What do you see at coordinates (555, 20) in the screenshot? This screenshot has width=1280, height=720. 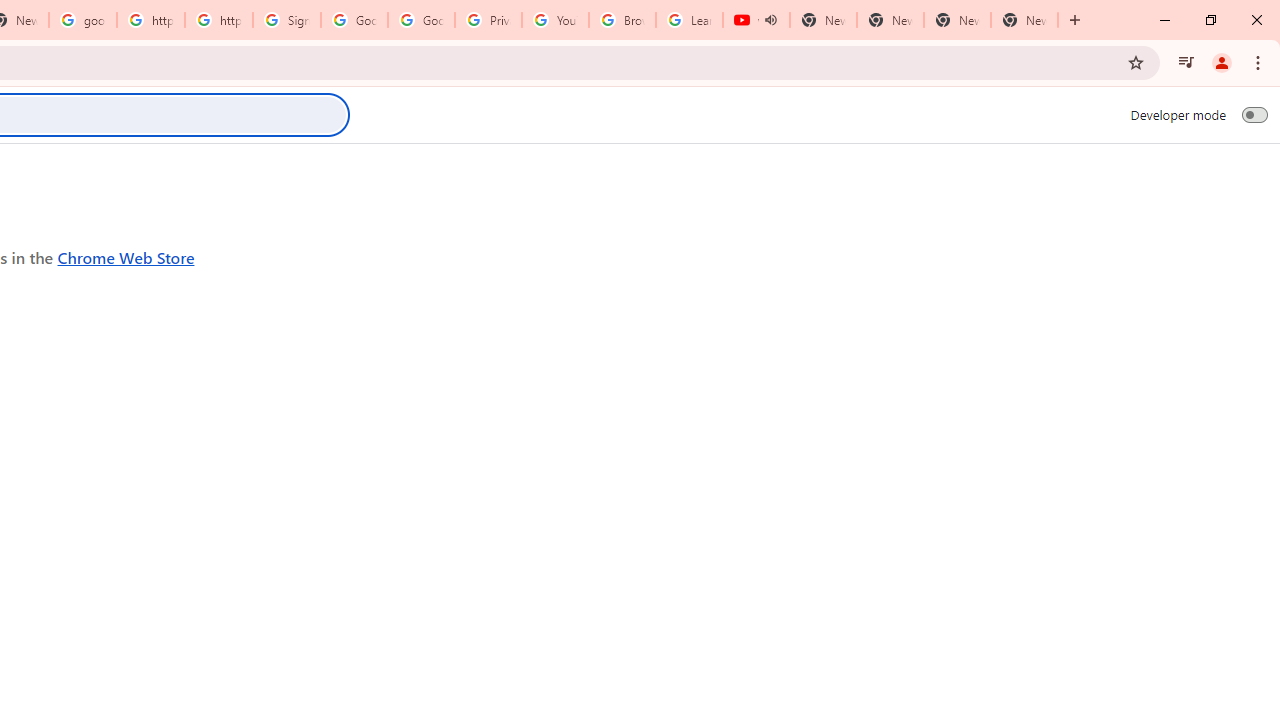 I see `'YouTube'` at bounding box center [555, 20].